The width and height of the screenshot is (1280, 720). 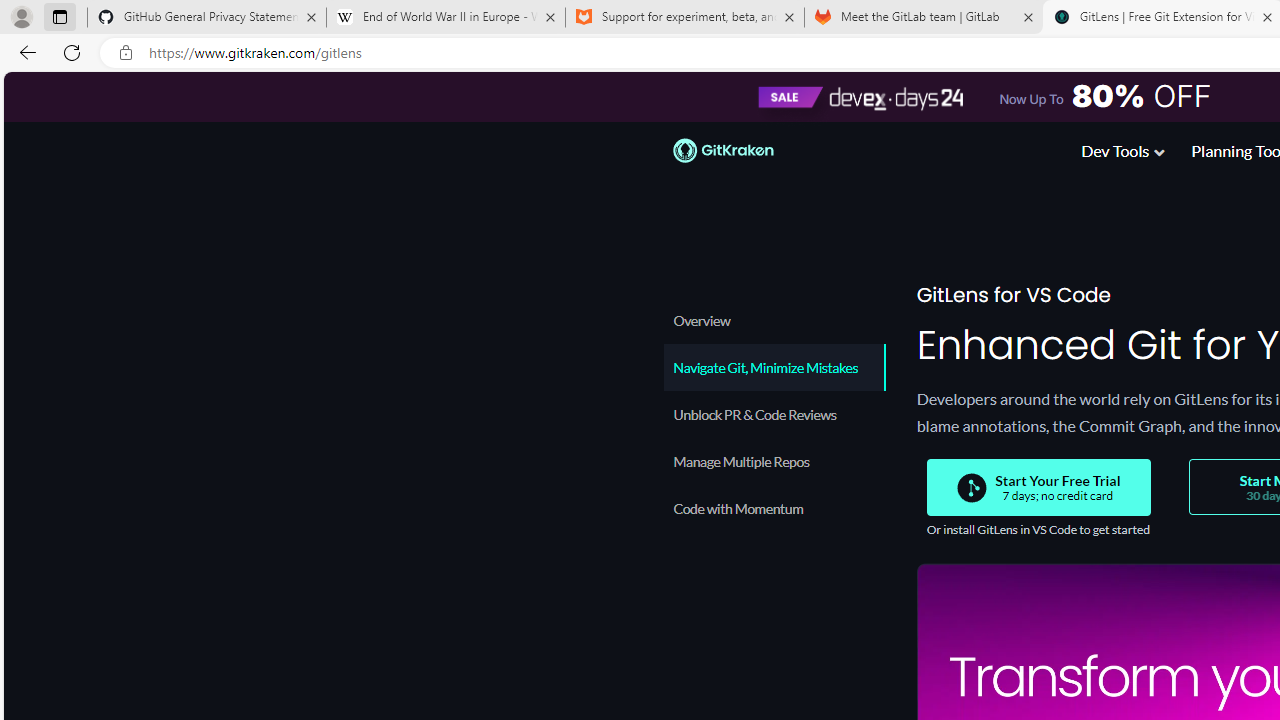 What do you see at coordinates (773, 461) in the screenshot?
I see `'Manage Multiple Repos'` at bounding box center [773, 461].